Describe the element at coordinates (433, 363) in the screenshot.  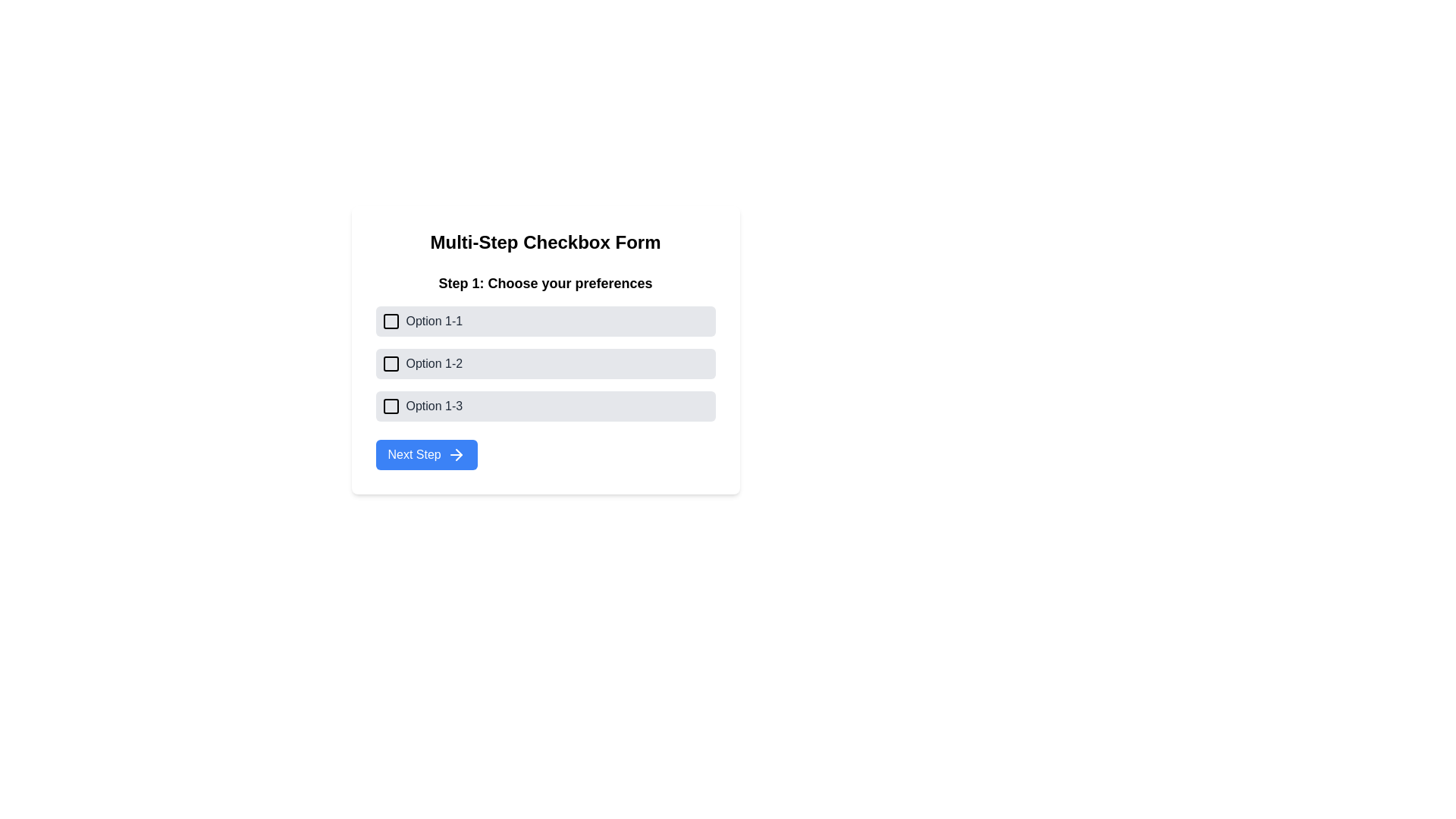
I see `the text label for the second selectable option in the 'Step 1: Choose your preferences' section` at that location.